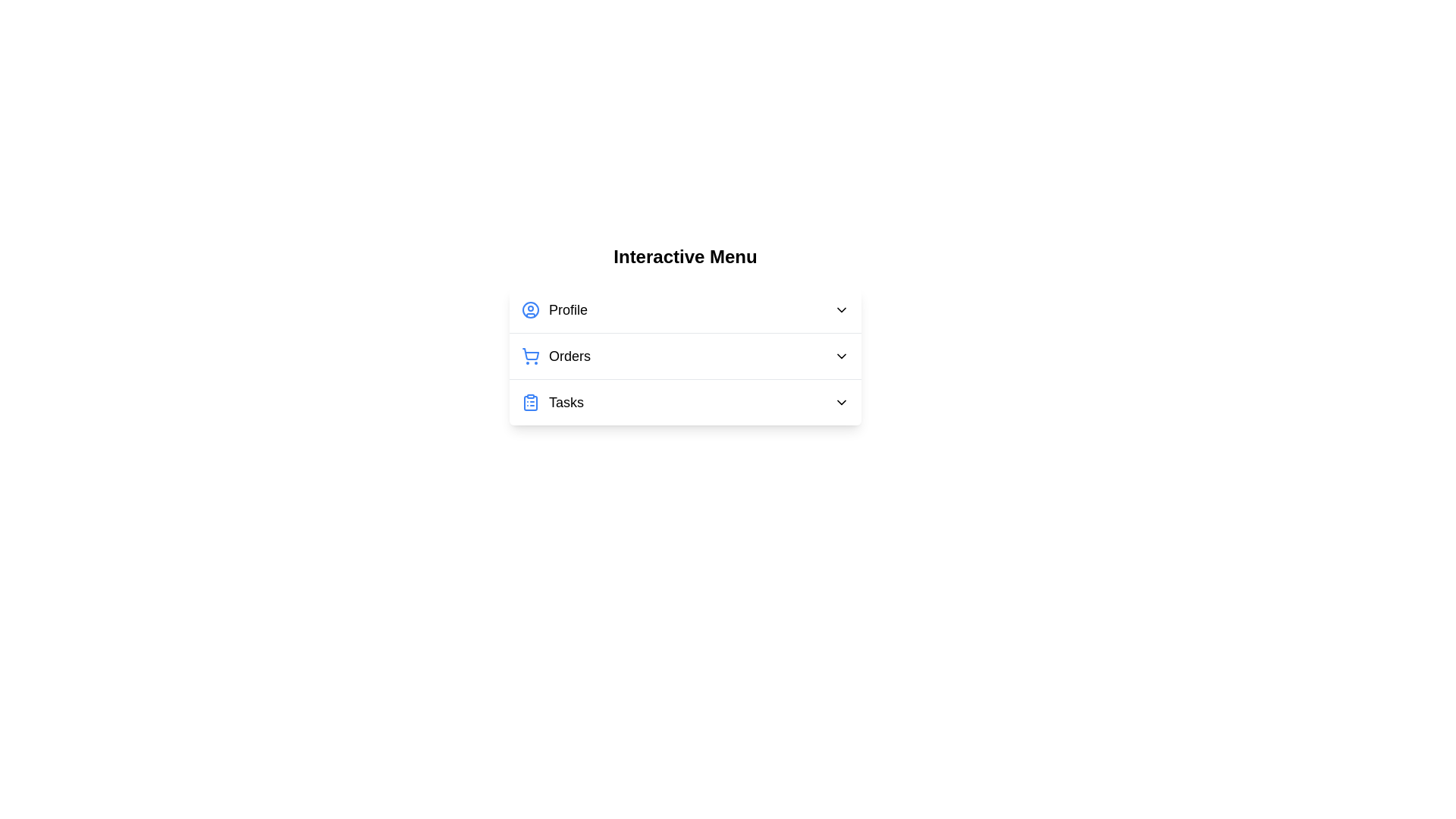 This screenshot has width=1456, height=819. I want to click on the clipboard icon represented by the main body of the clipboard, which is a rectangular shape with rounded corners, located in the third row of the interactive menu, so click(531, 403).